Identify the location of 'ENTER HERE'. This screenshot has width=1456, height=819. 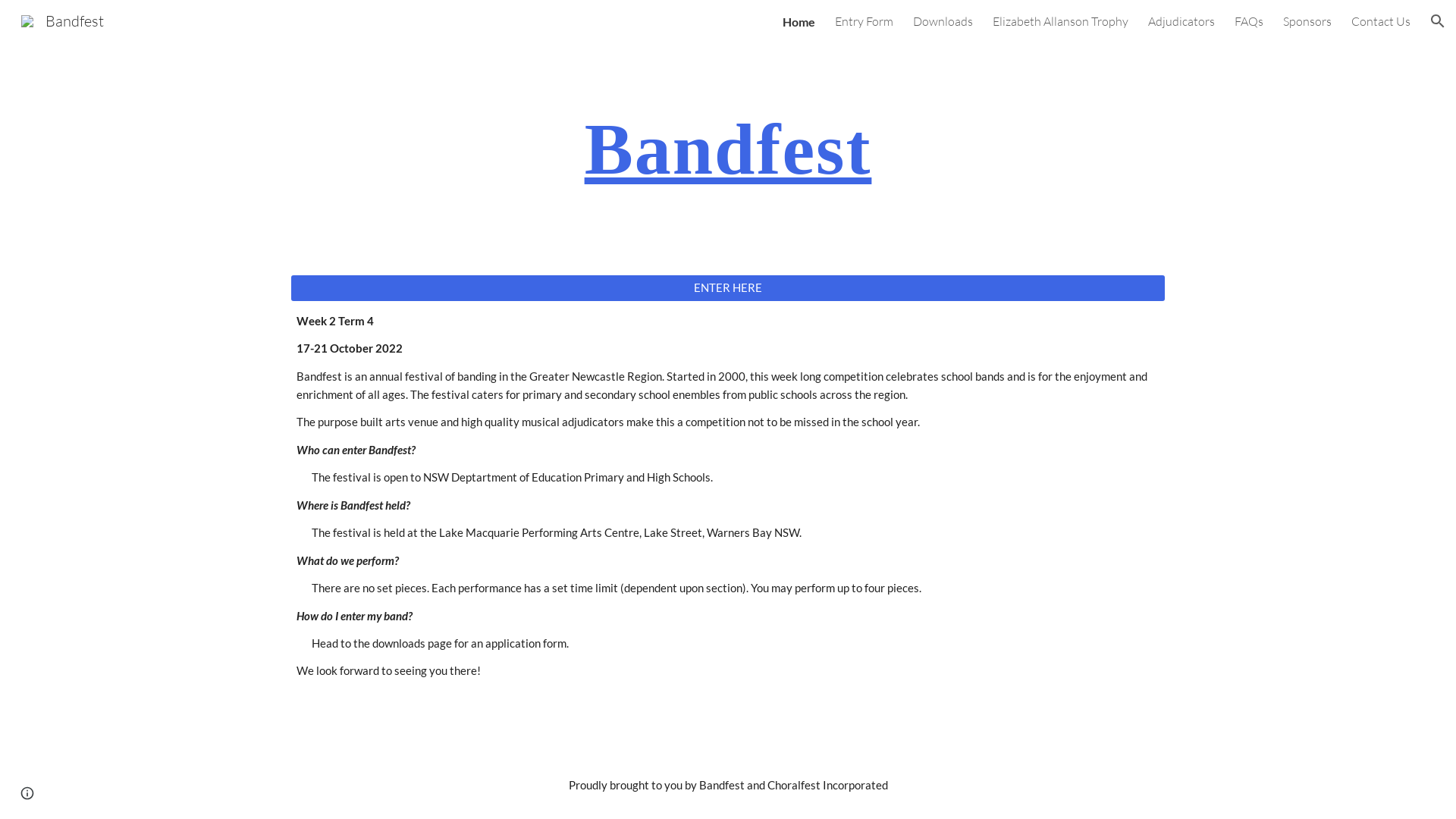
(728, 287).